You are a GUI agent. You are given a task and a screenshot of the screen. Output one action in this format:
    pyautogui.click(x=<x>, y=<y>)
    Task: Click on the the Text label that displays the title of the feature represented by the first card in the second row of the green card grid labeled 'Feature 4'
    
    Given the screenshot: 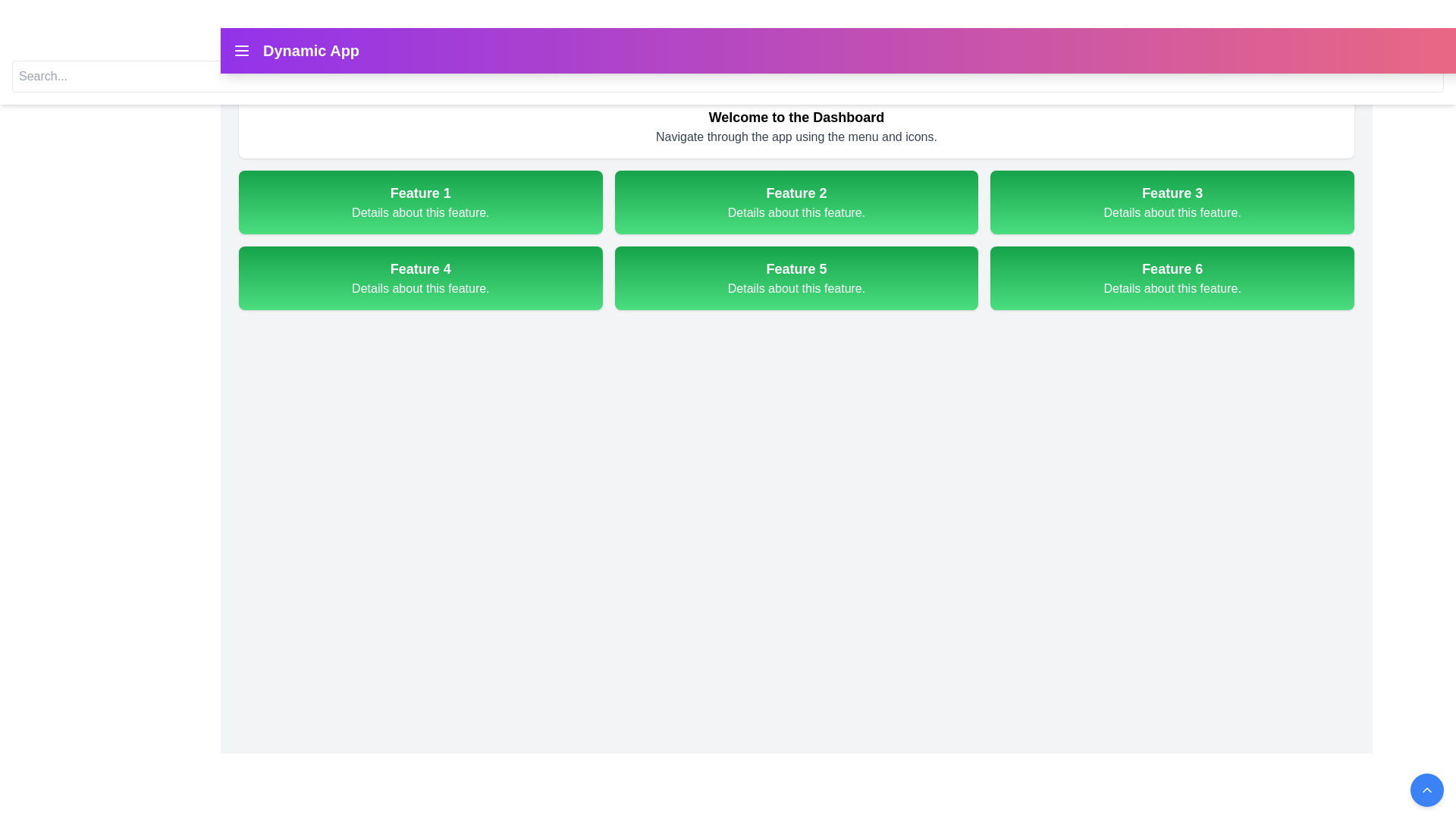 What is the action you would take?
    pyautogui.click(x=420, y=268)
    